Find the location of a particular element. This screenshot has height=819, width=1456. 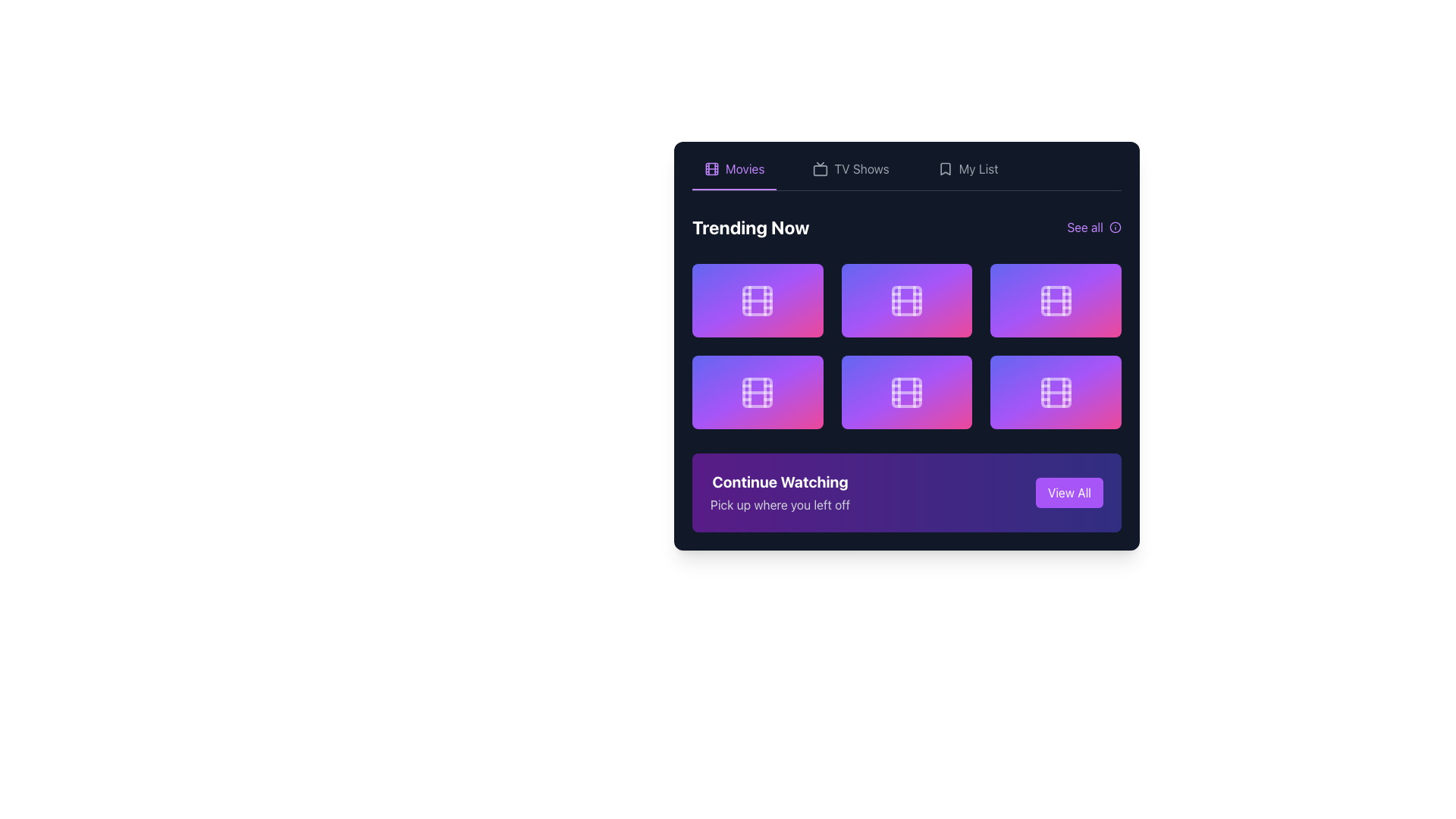

the Icon Cell, which represents a section of the film strip icon in the 'Trending Now' section of the grid interface is located at coordinates (758, 300).